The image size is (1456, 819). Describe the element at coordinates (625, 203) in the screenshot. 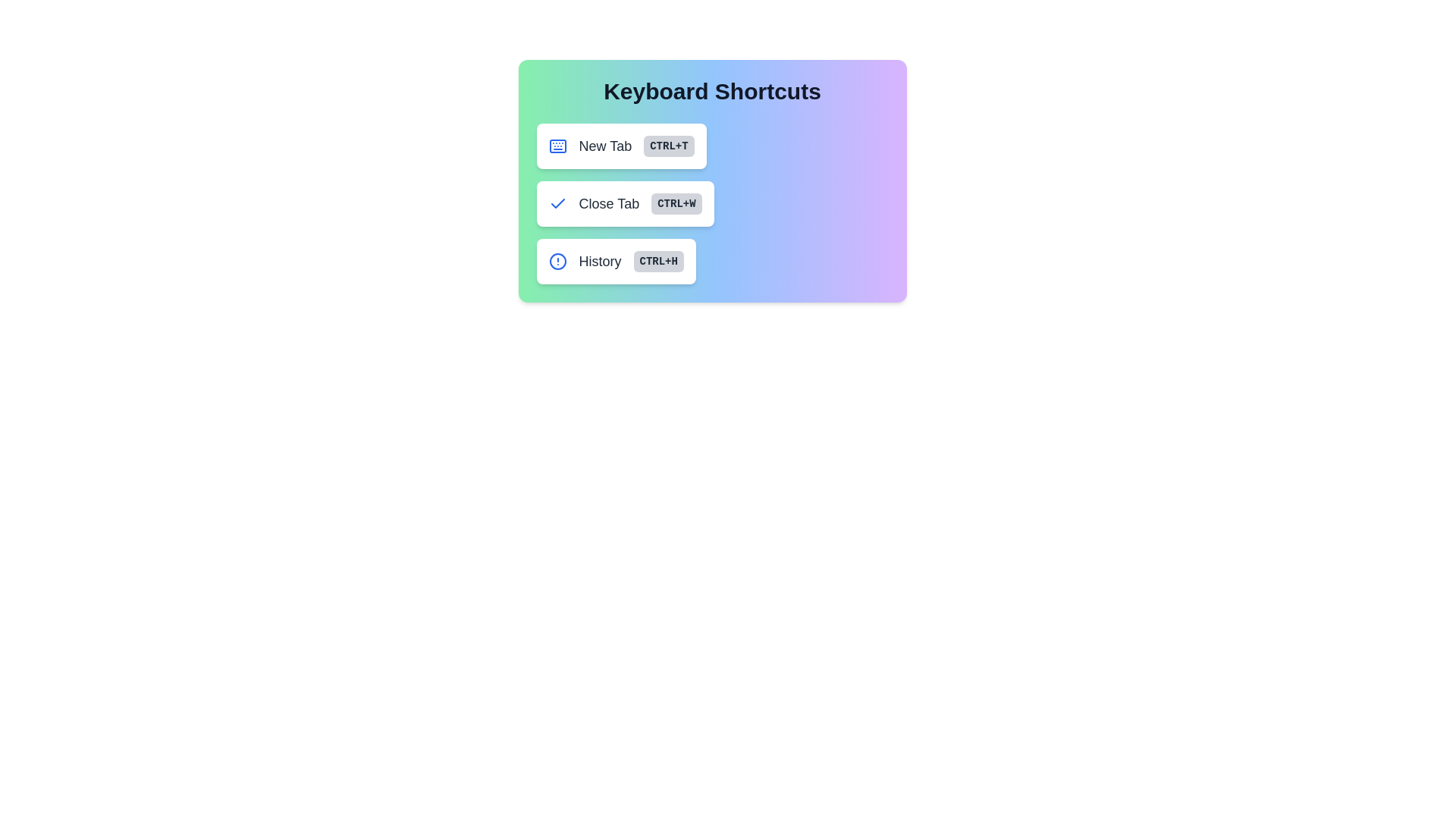

I see `the 'Close Tab' button, which is the second item in a vertical list of buttons under the 'Keyboard Shortcuts' heading` at that location.